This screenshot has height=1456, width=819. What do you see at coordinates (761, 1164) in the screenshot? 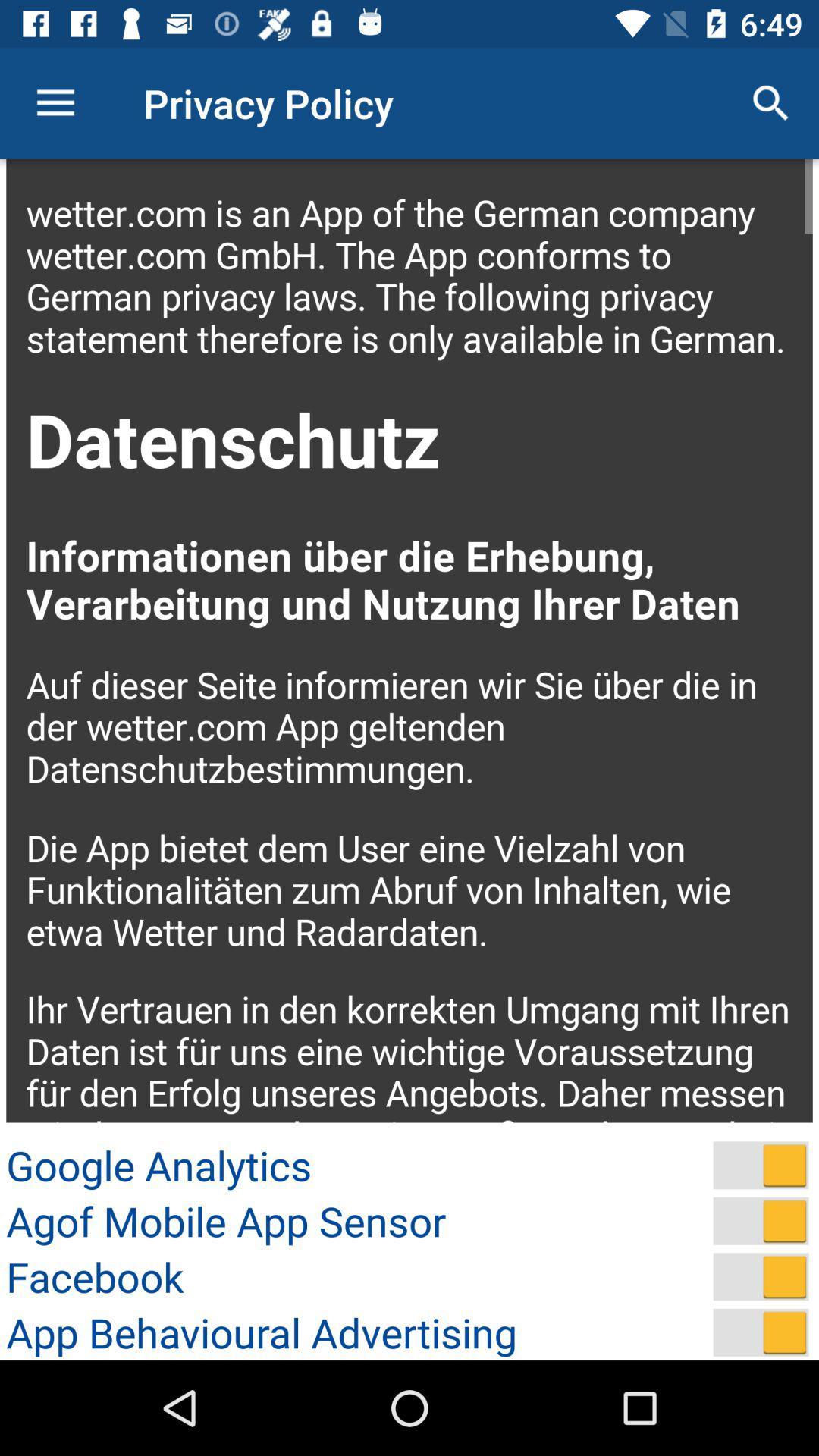
I see `google analytics open` at bounding box center [761, 1164].